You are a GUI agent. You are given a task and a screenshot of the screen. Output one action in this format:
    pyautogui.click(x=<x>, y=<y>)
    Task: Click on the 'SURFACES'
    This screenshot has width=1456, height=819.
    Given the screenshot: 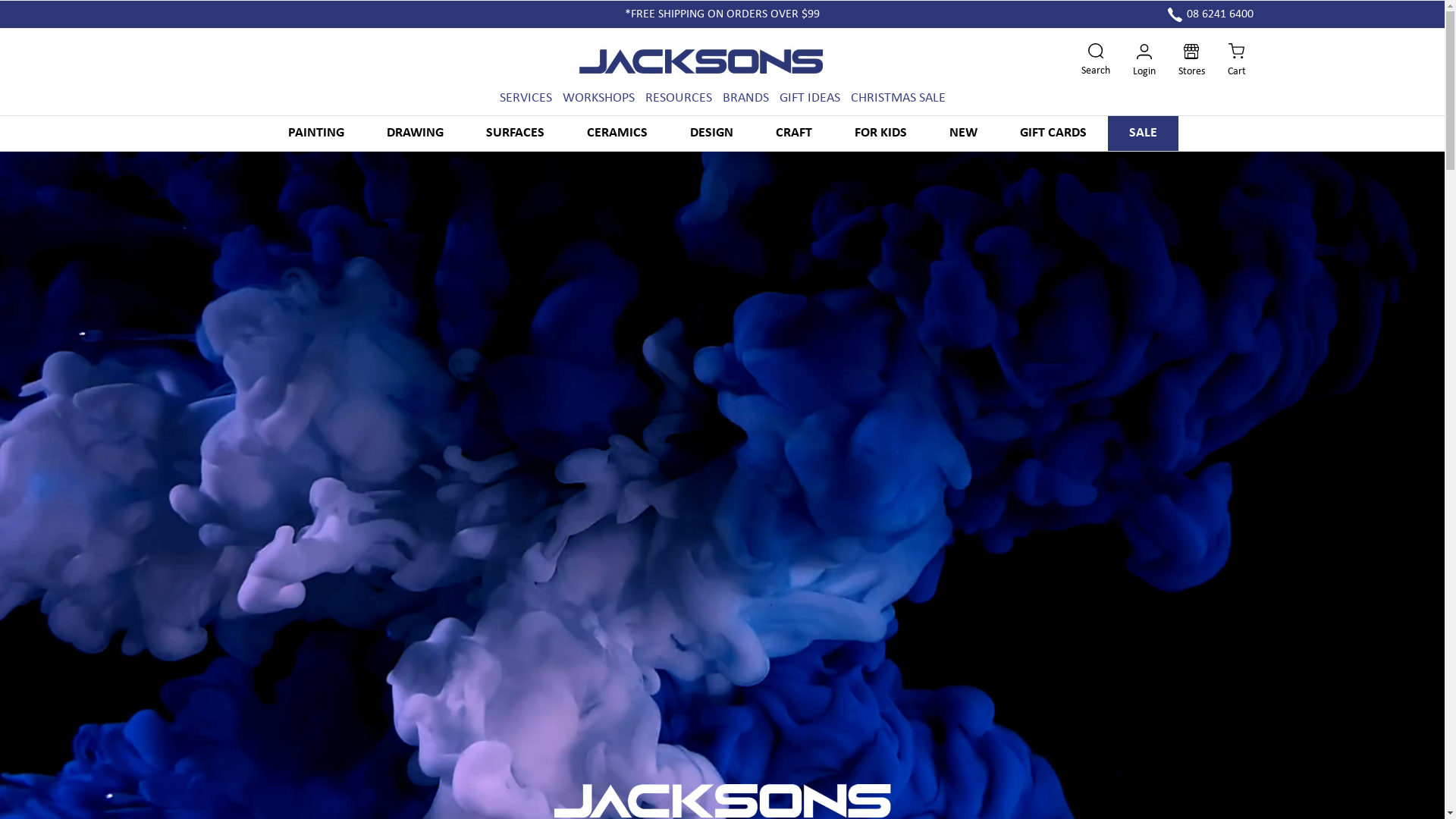 What is the action you would take?
    pyautogui.click(x=514, y=133)
    